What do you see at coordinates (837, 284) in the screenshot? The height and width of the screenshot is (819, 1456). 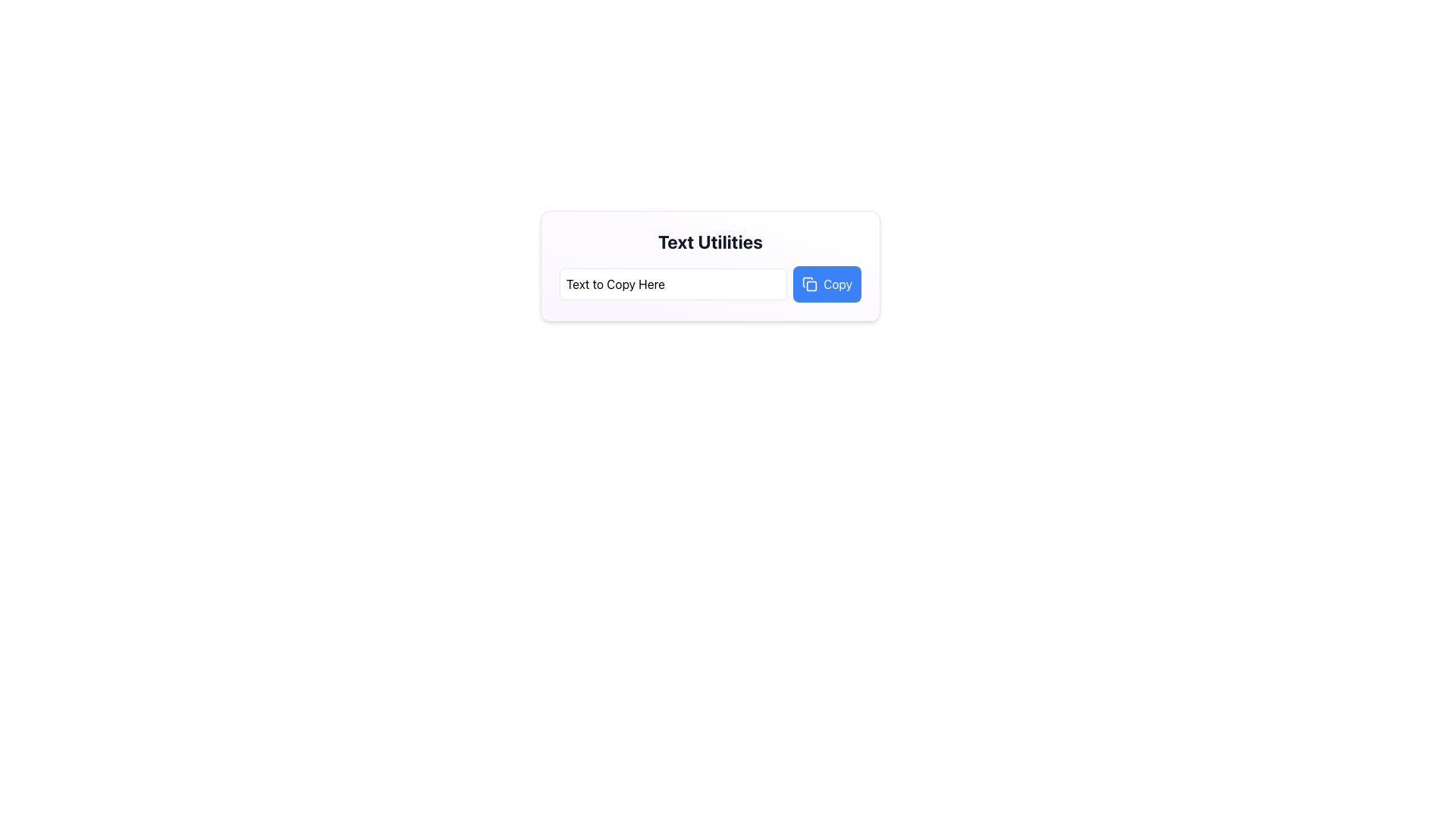 I see `the 'Copy' button located in the interactive panel for text utilities to copy the text` at bounding box center [837, 284].